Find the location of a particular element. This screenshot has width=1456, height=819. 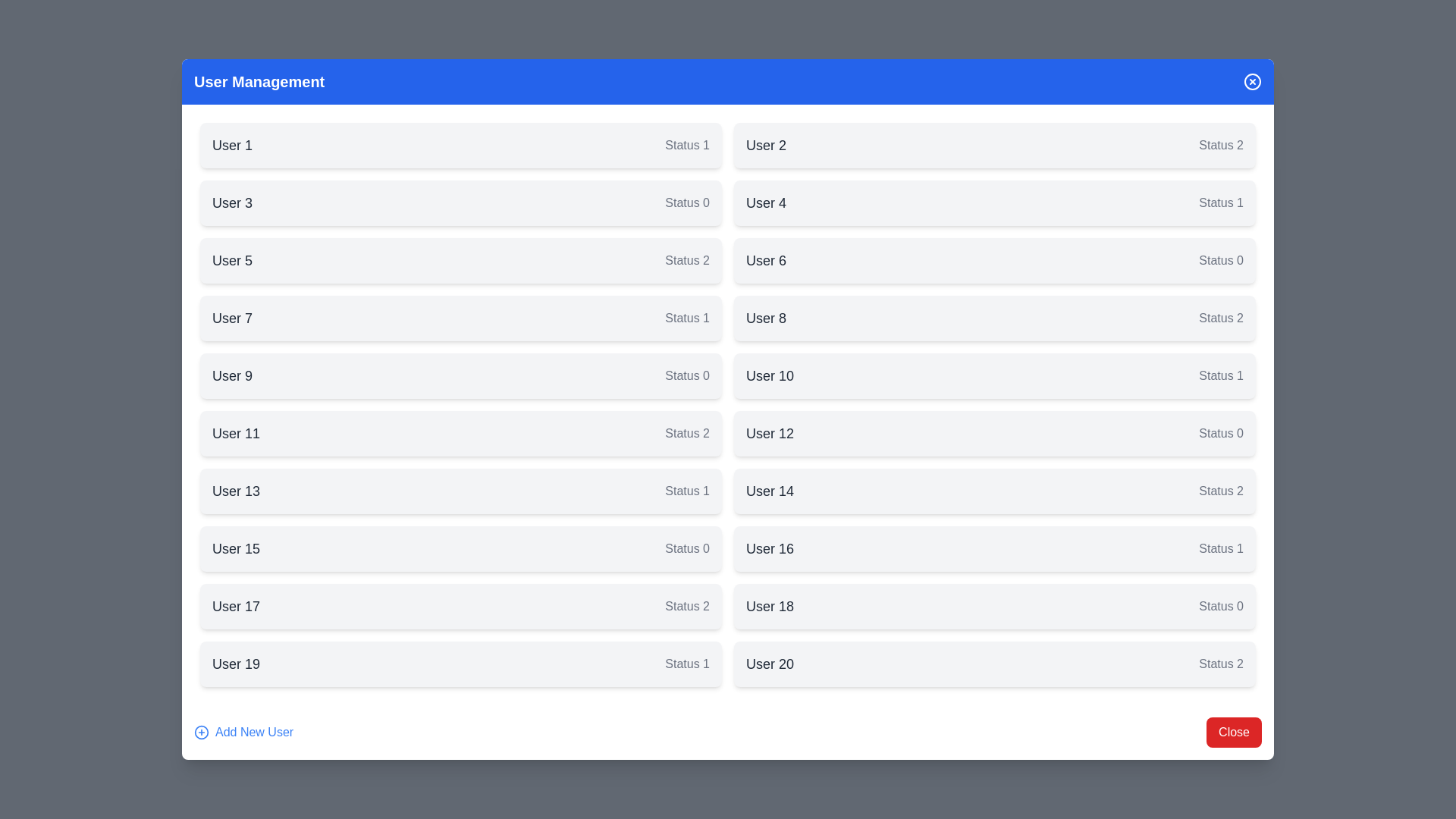

the 'Add New User' button to initiate the process of adding a new user is located at coordinates (243, 731).